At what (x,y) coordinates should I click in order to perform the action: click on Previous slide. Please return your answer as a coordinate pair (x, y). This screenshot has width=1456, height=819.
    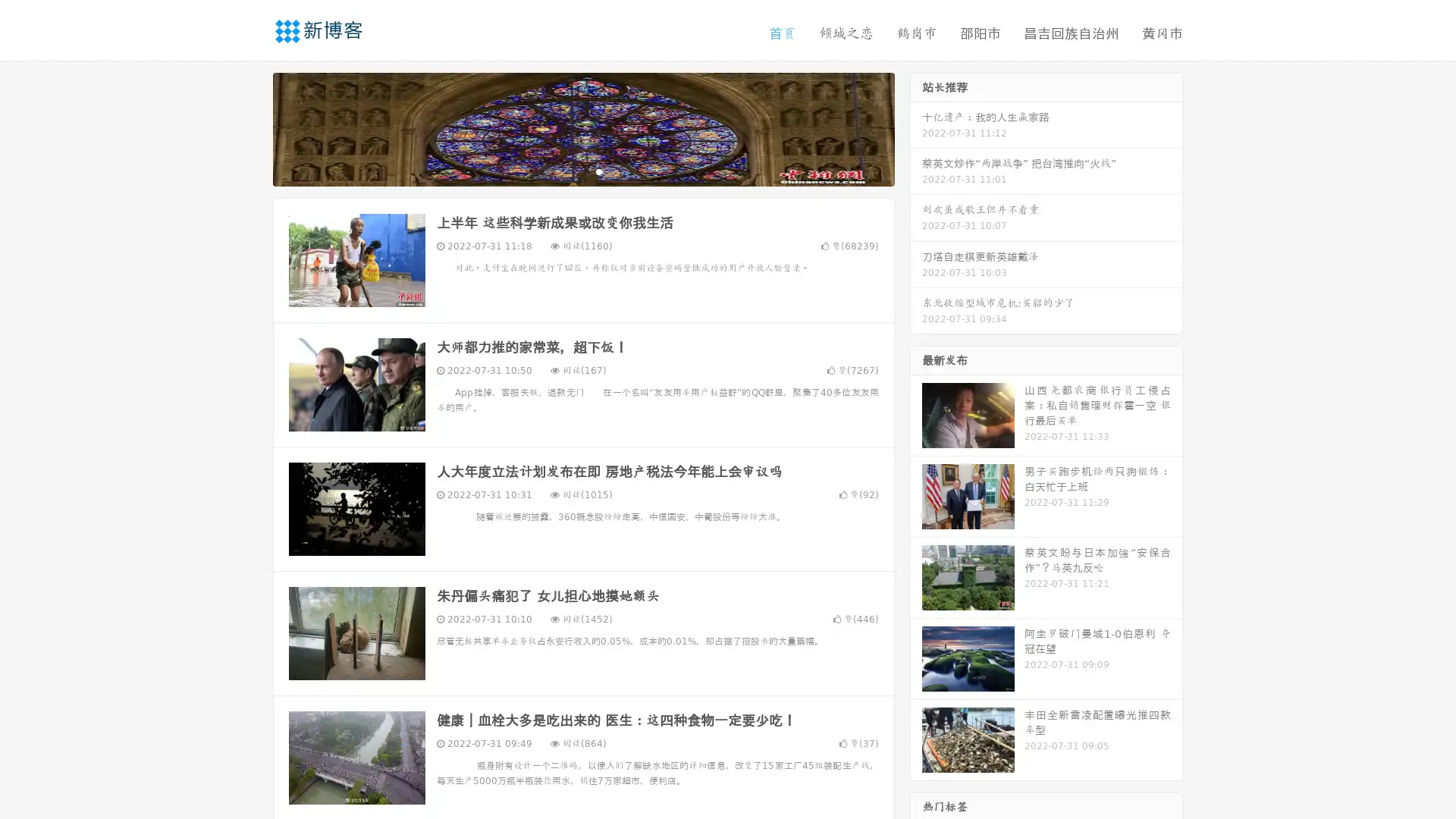
    Looking at the image, I should click on (250, 127).